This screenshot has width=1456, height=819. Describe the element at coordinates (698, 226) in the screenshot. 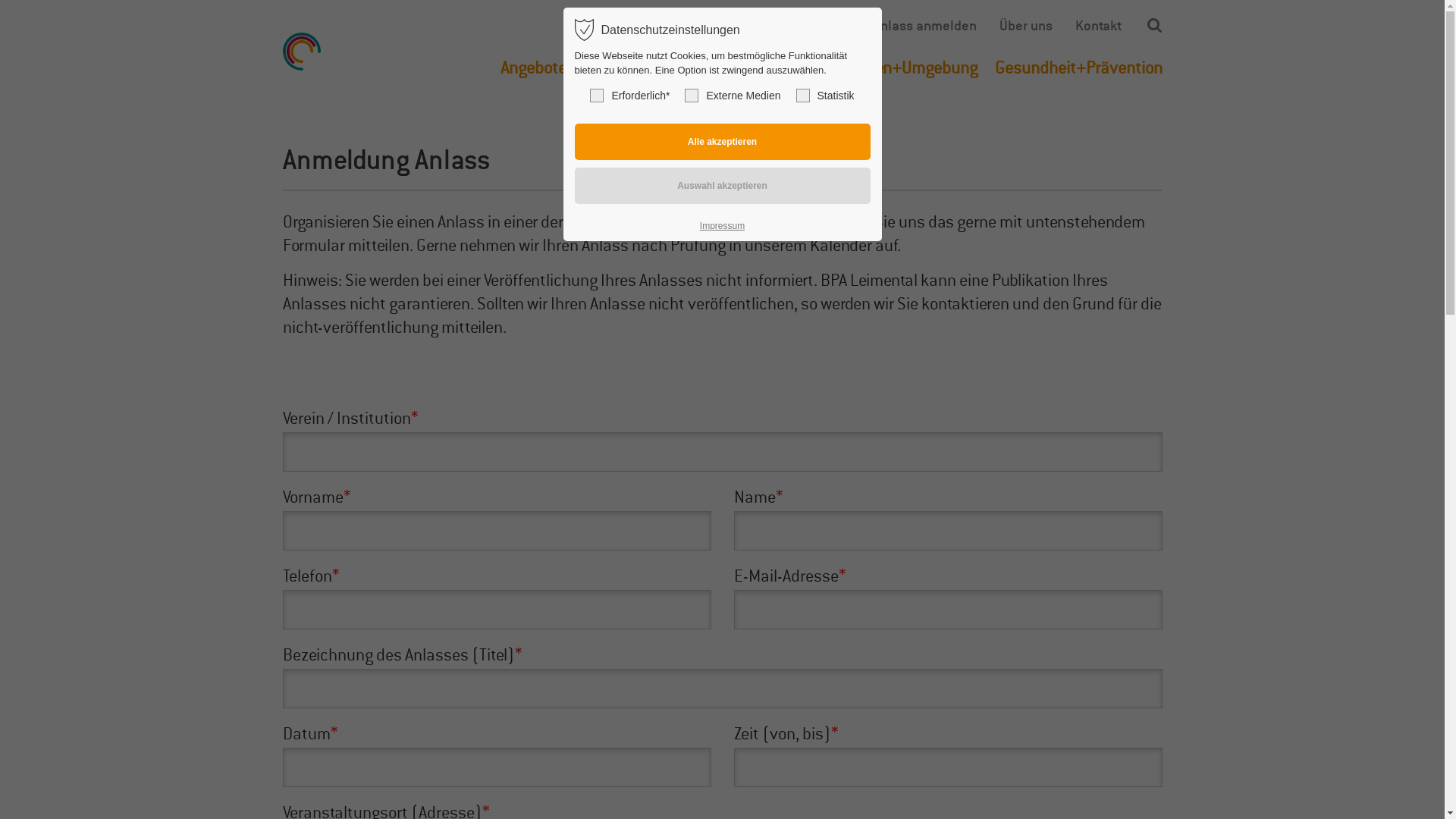

I see `'Impressum'` at that location.